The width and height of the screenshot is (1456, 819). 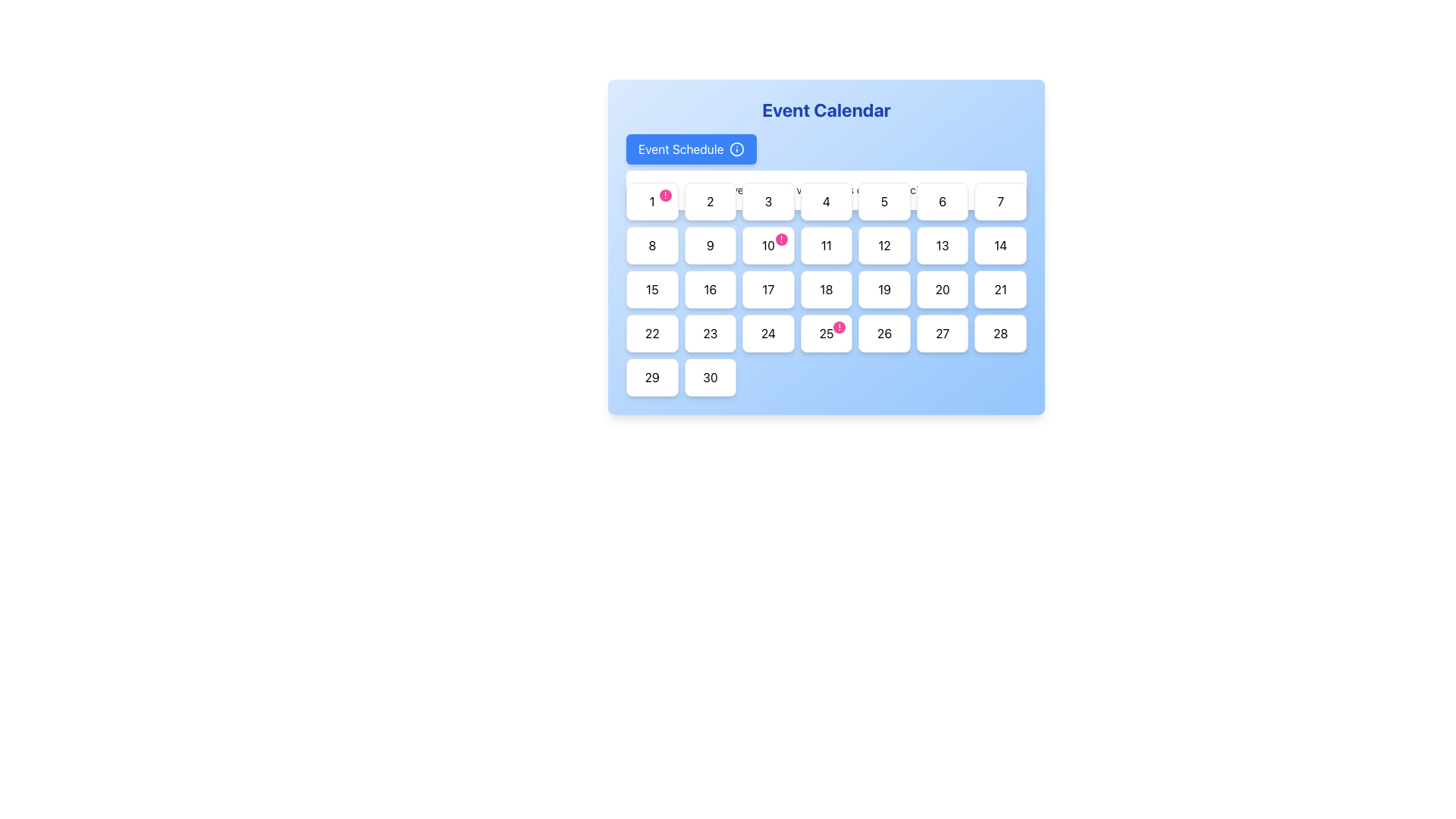 I want to click on the button representing the 12th day in the calendar grid, so click(x=884, y=245).